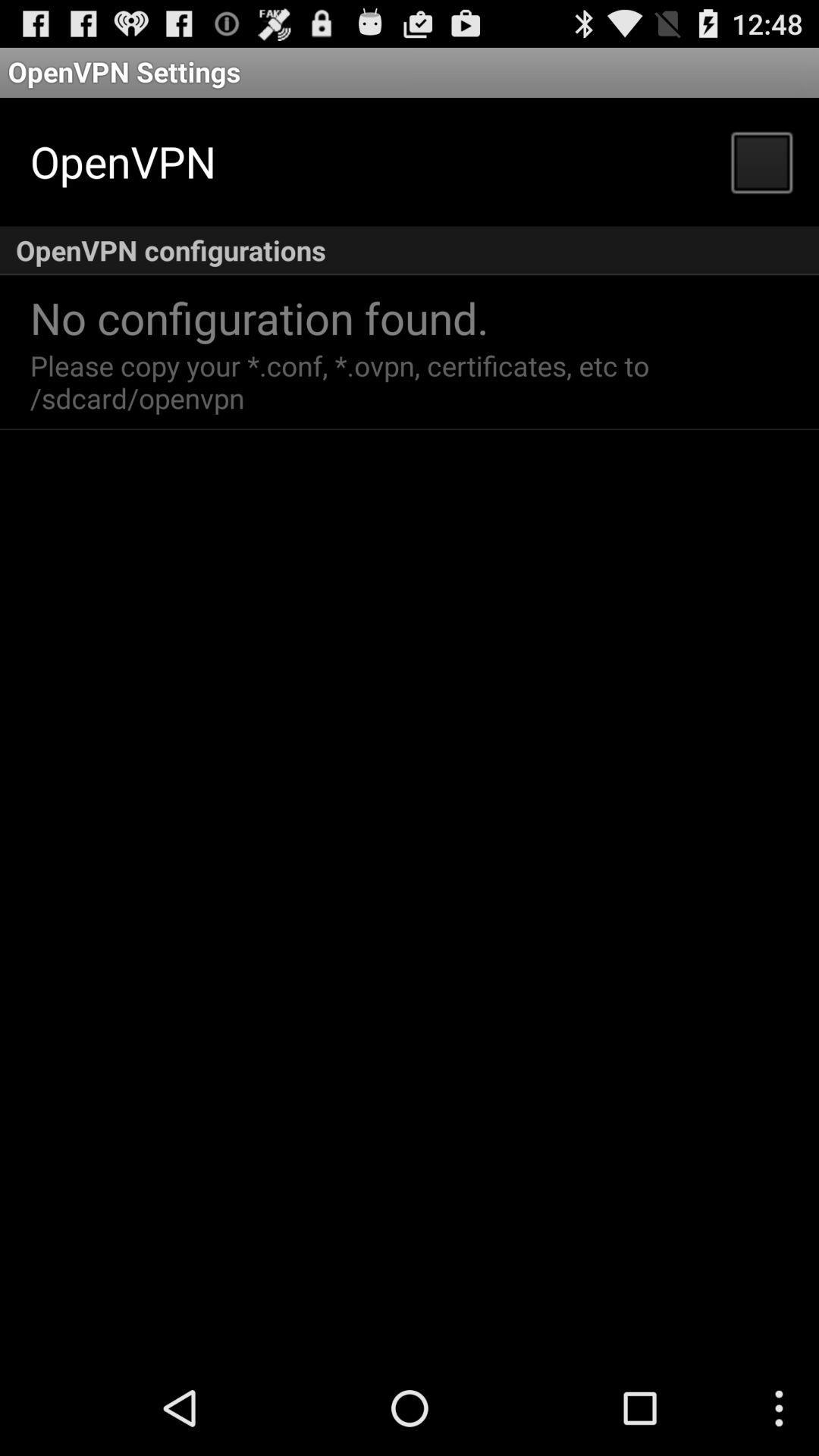 The width and height of the screenshot is (819, 1456). I want to click on item below openvpn configurations icon, so click(259, 316).